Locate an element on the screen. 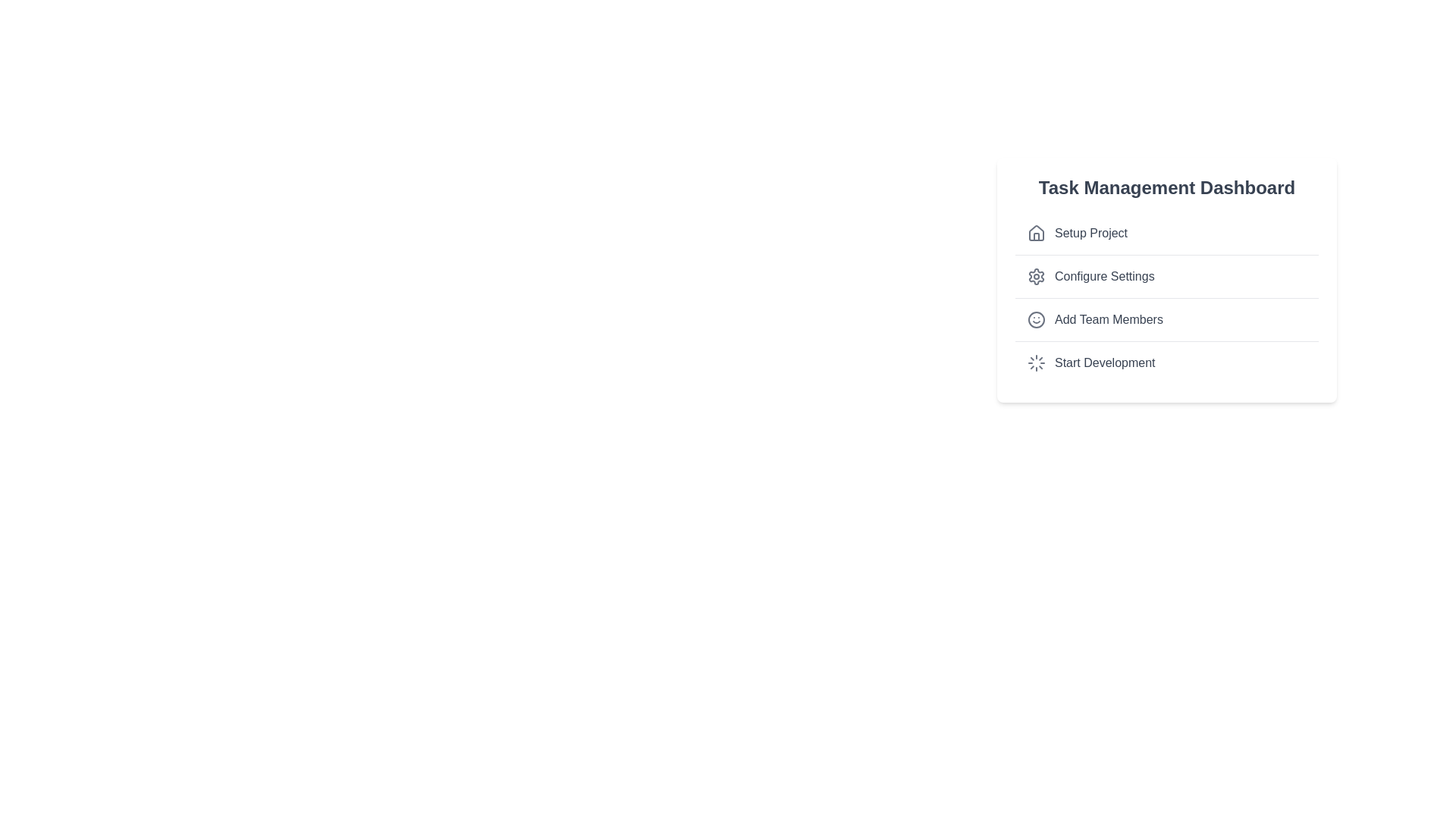 The height and width of the screenshot is (819, 1456). an item in the task list located within the 'Task Management Dashboard' is located at coordinates (1166, 298).